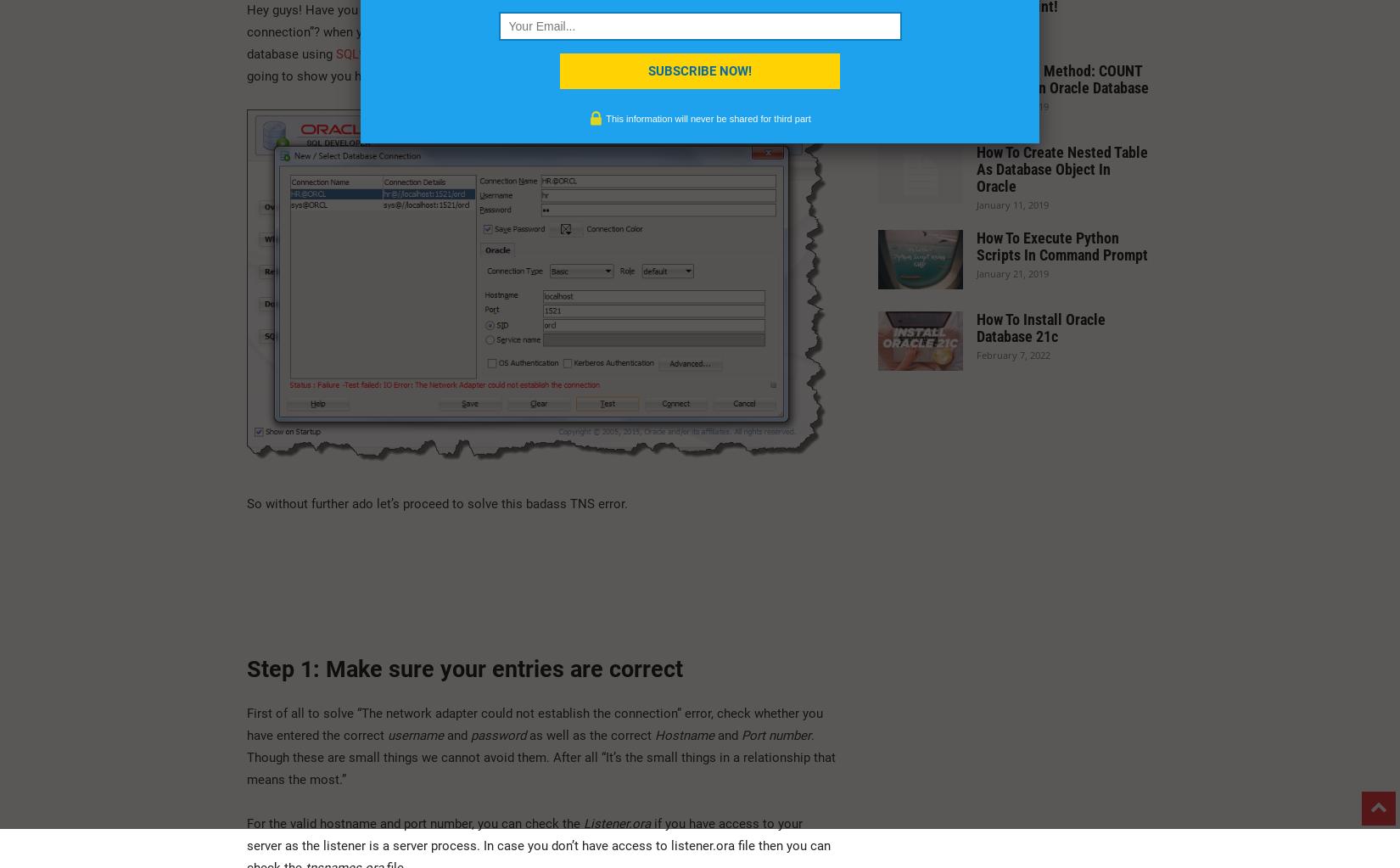 The image size is (1400, 868). I want to click on 'Hostname', so click(685, 733).